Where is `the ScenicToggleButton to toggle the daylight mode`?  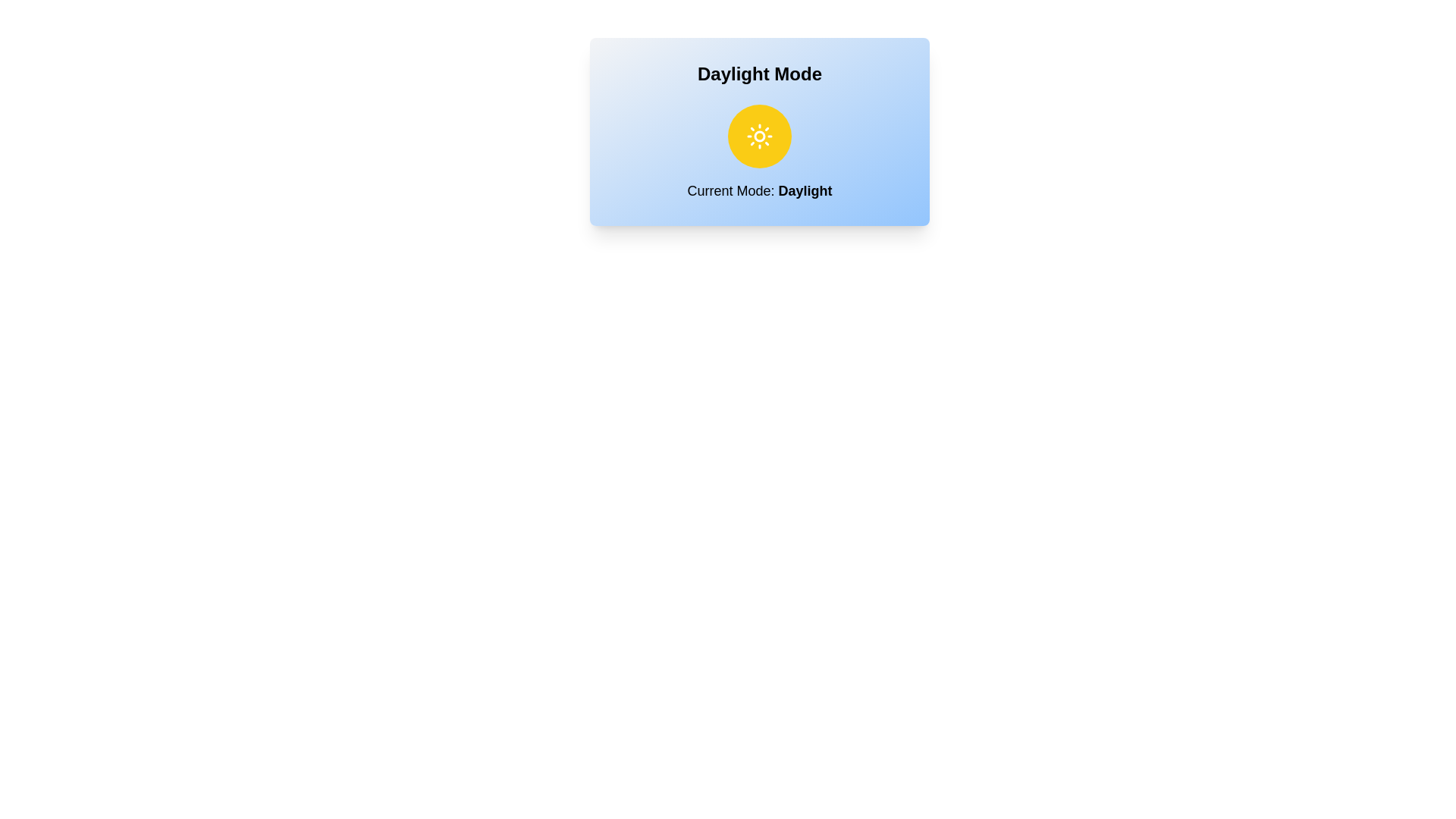
the ScenicToggleButton to toggle the daylight mode is located at coordinates (760, 136).